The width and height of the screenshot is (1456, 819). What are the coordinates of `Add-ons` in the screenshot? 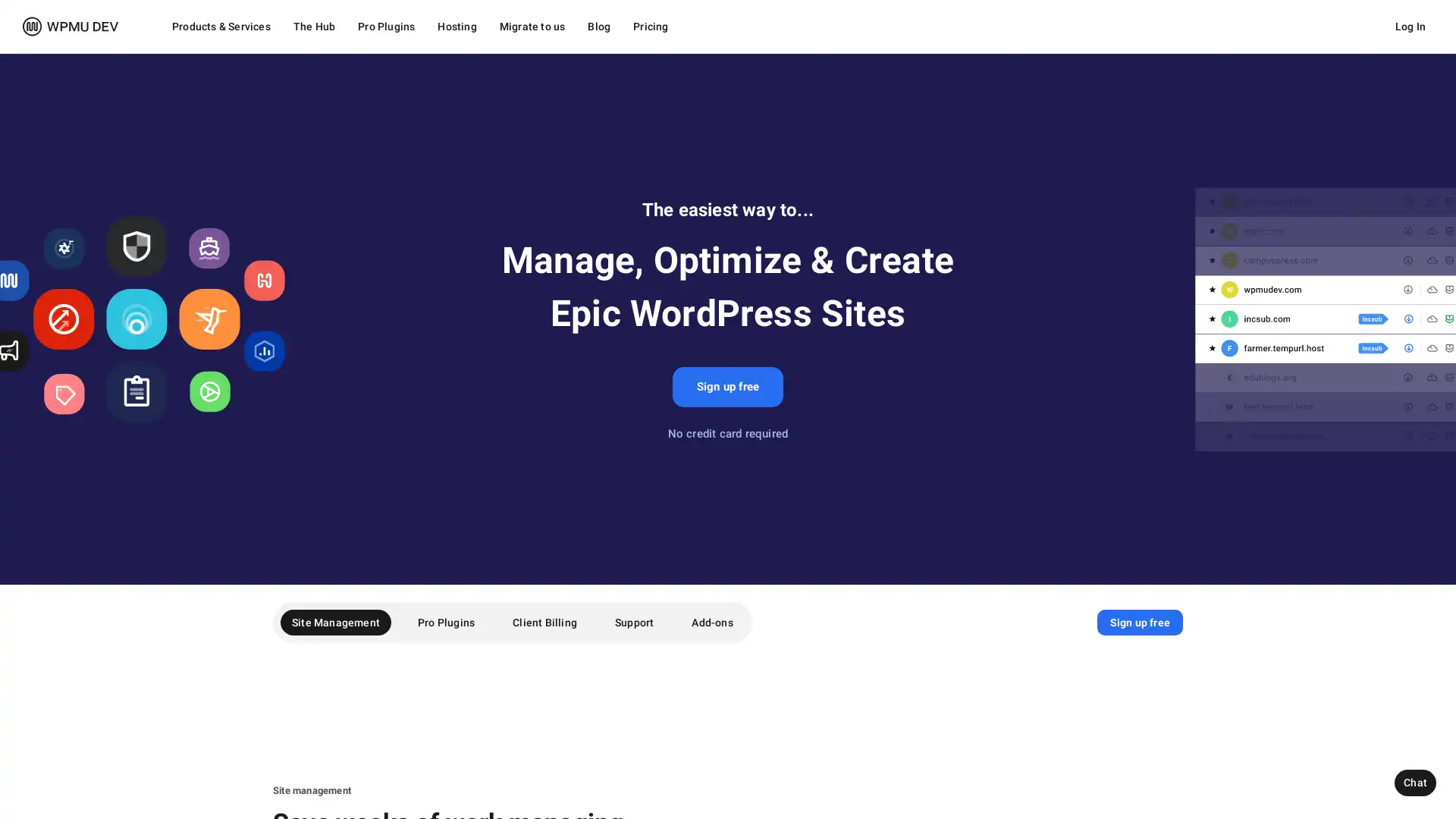 It's located at (711, 623).